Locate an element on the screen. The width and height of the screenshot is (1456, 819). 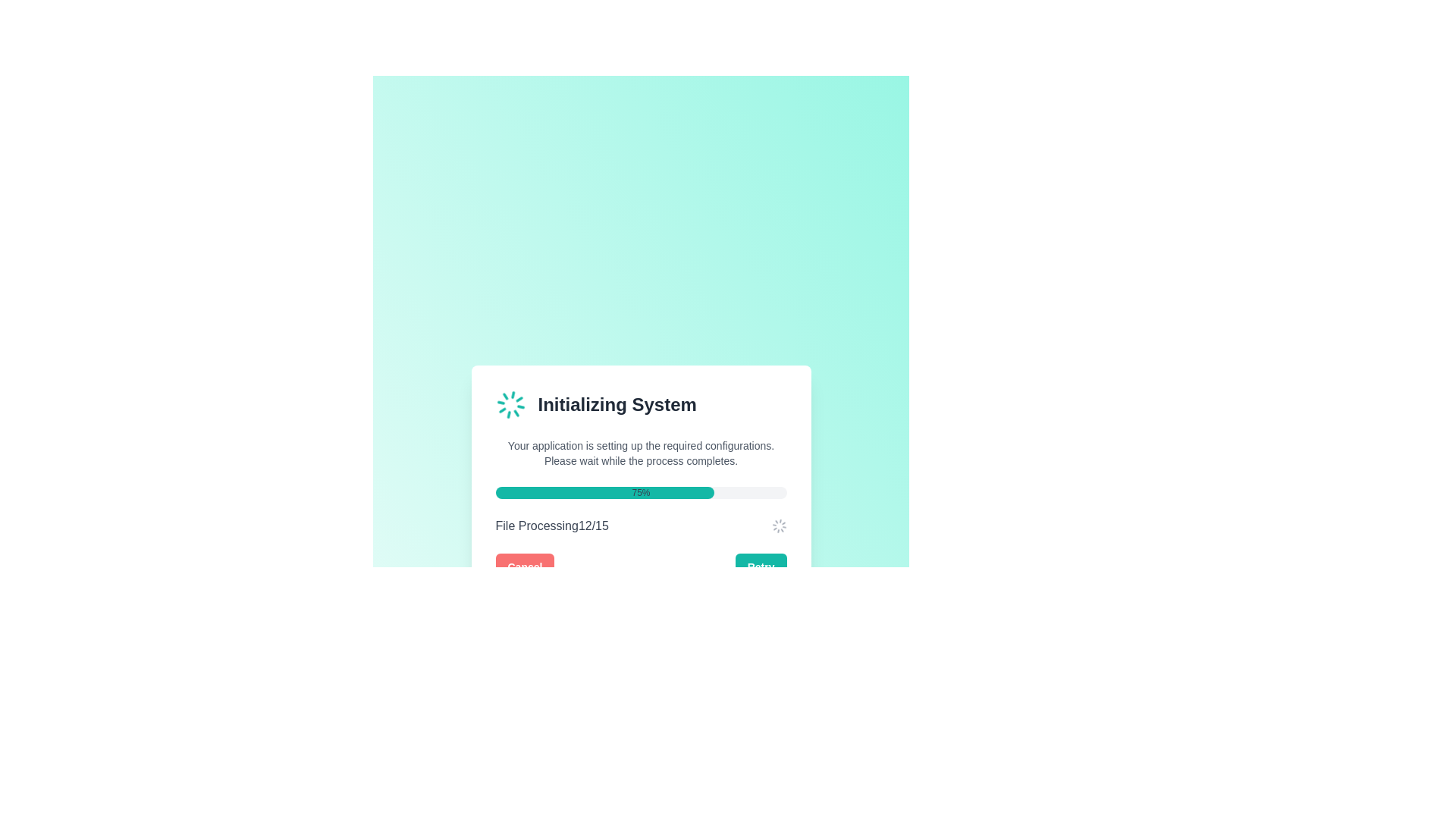
the text label '12/15', which indicates progress and is styled in a sans-serif font with a dark color, located to the right of 'File Processing' in the progress tracking area is located at coordinates (592, 526).